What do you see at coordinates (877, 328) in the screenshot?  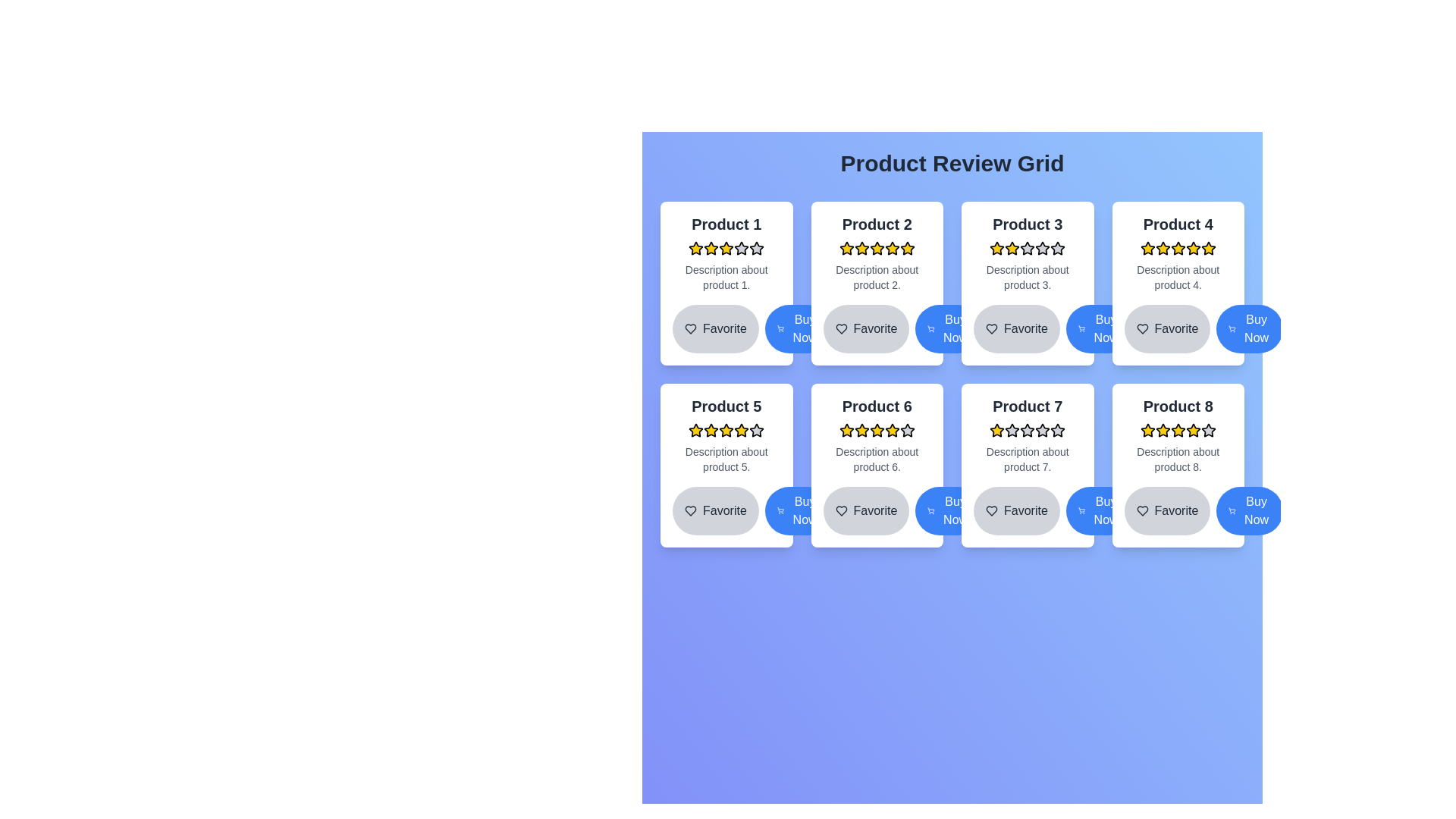 I see `the 'Favorite' button, which is a rounded rectangle with a grey background and a heart icon, positioned below 'Product 2' and to the left of the 'Buy Now' button` at bounding box center [877, 328].